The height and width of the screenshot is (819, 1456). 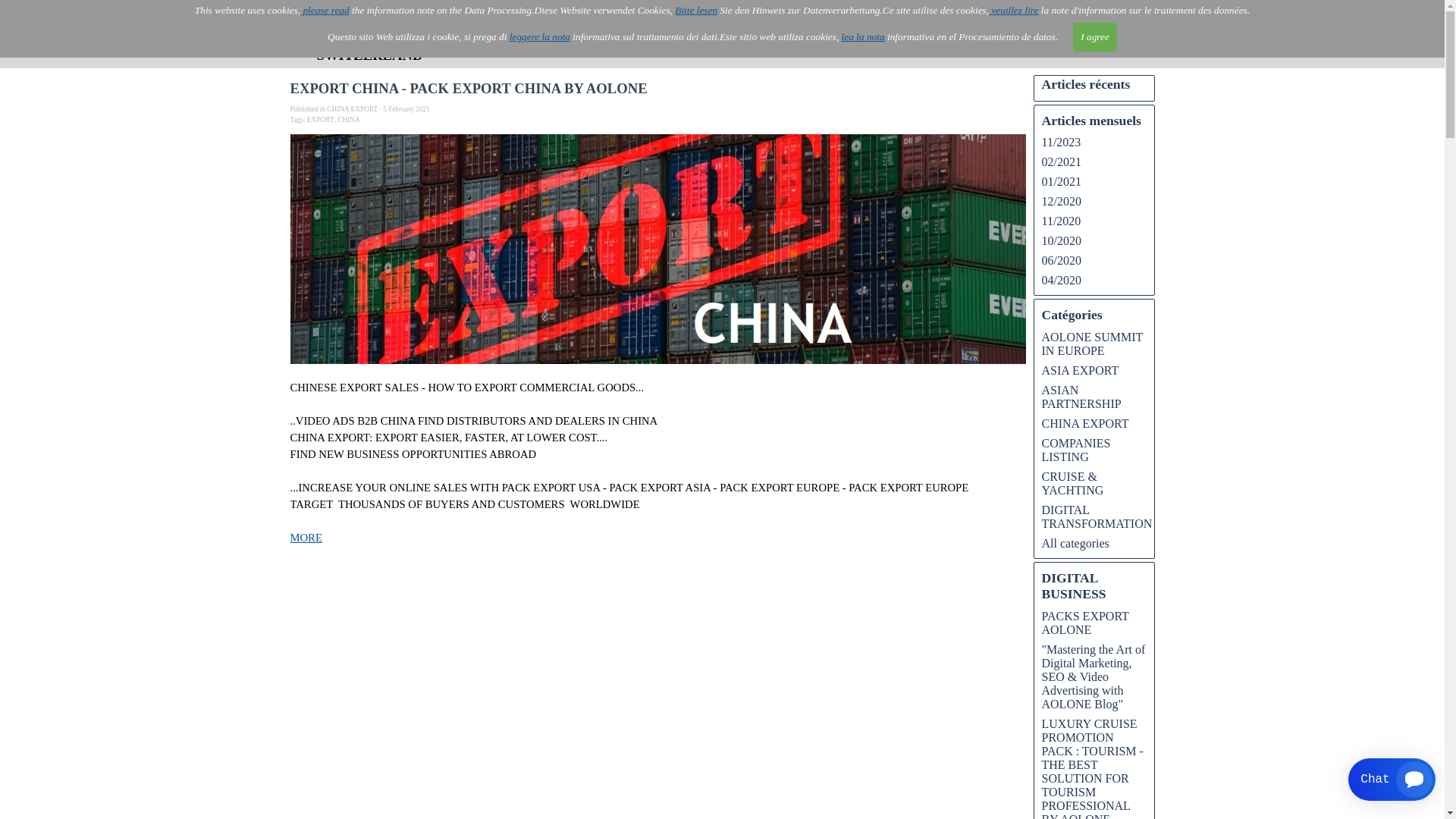 I want to click on '10/2020', so click(x=1061, y=240).